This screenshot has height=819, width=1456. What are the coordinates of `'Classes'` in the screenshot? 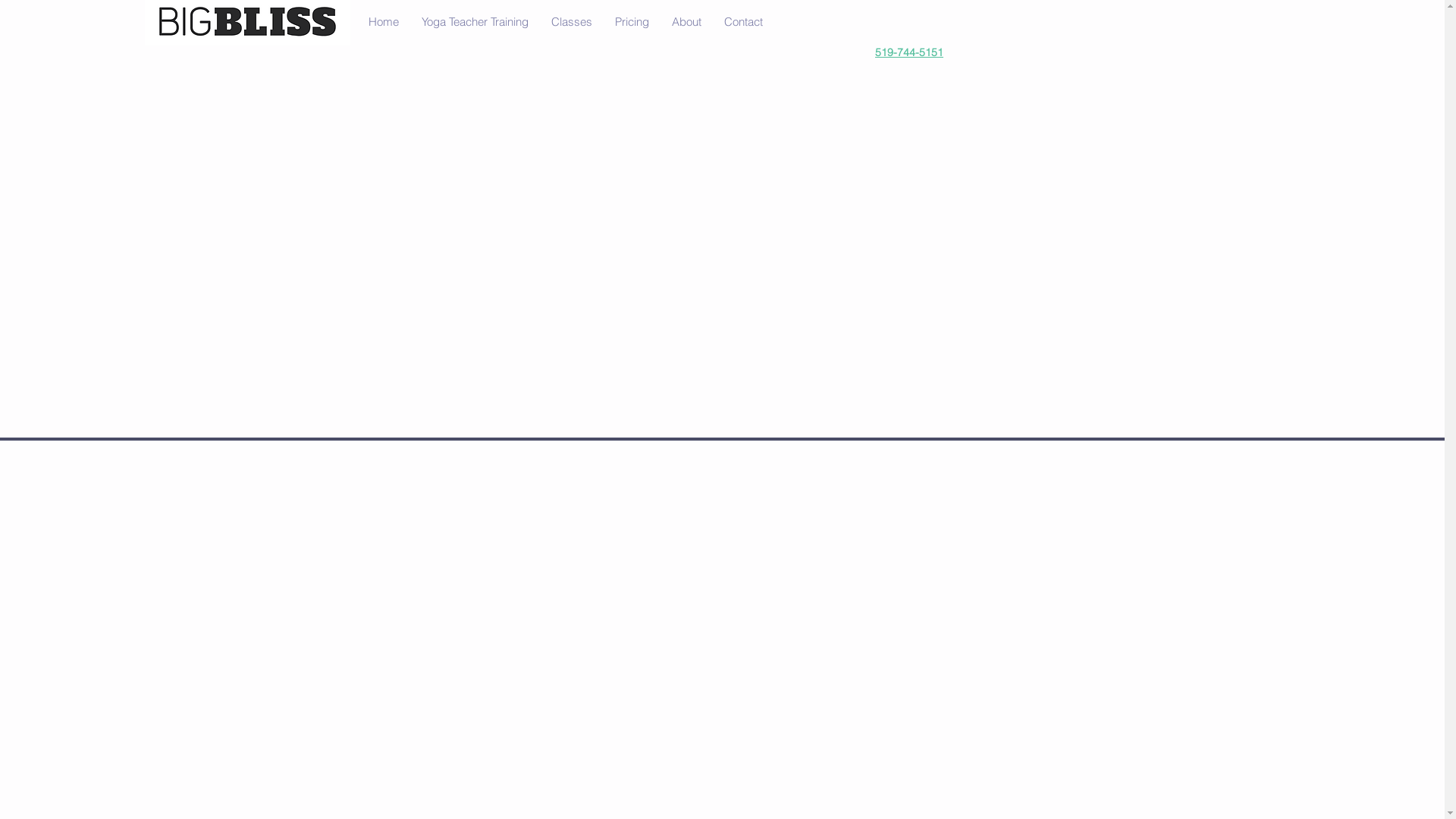 It's located at (570, 22).